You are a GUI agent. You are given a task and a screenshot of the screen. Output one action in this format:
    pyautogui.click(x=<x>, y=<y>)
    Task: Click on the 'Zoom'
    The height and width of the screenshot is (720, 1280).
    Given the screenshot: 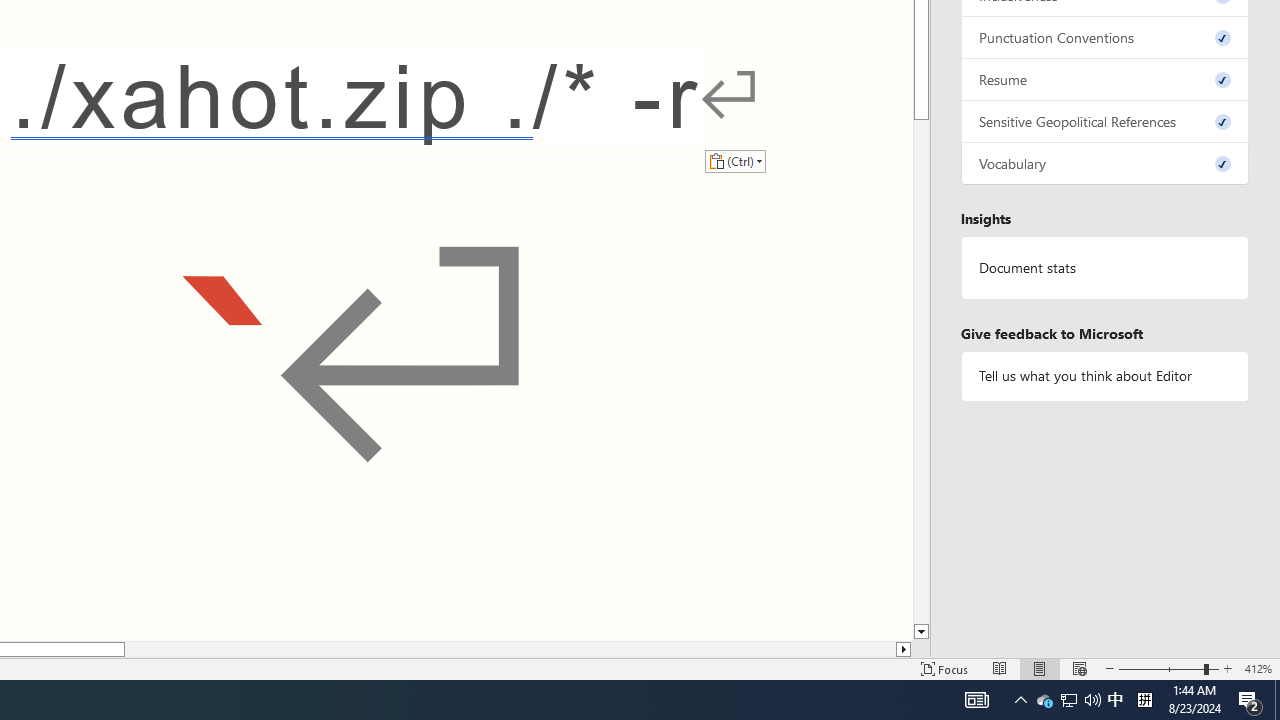 What is the action you would take?
    pyautogui.click(x=1168, y=669)
    